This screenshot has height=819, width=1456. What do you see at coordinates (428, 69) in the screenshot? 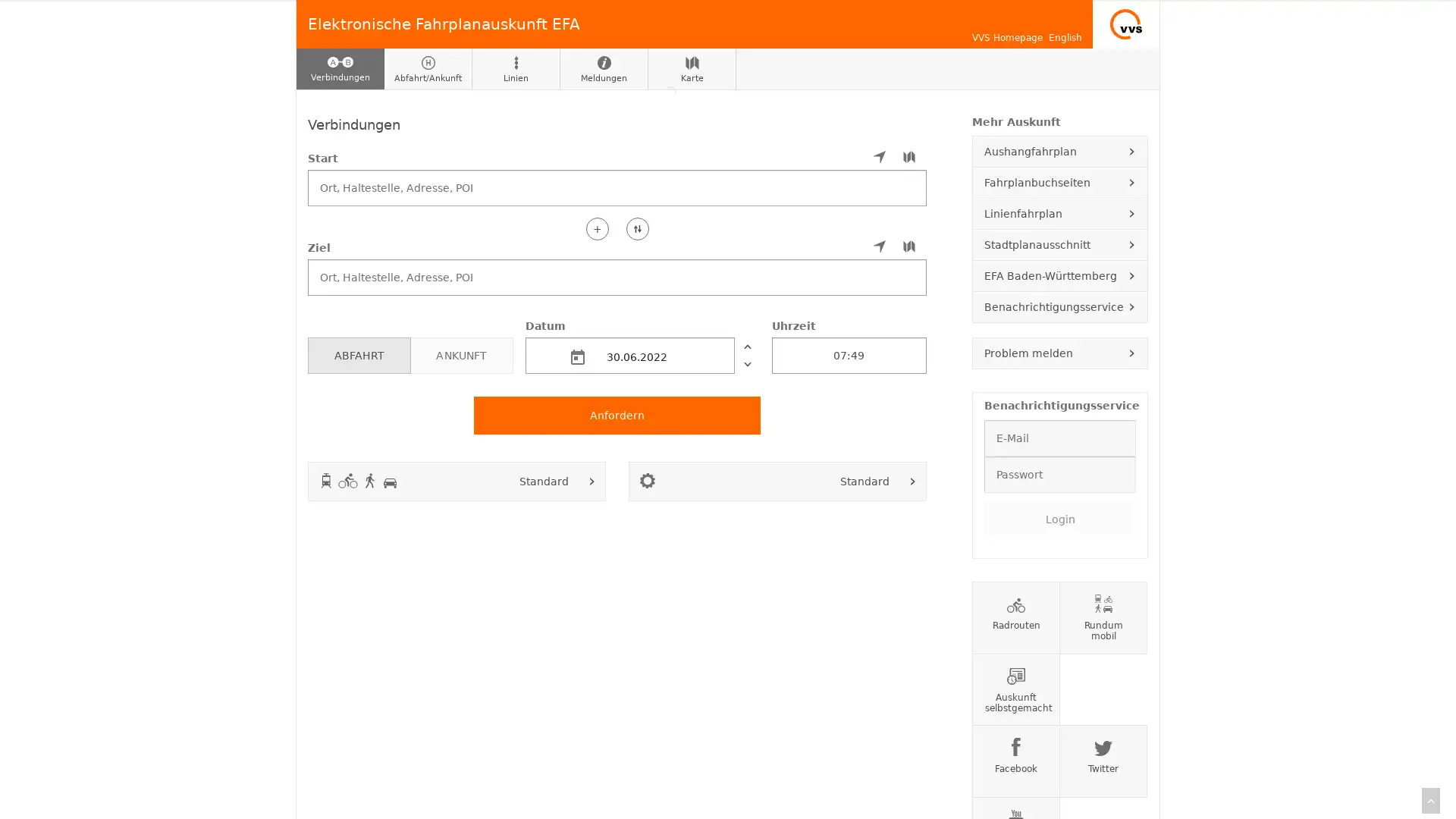
I see `Abfahrt/Ankunft` at bounding box center [428, 69].